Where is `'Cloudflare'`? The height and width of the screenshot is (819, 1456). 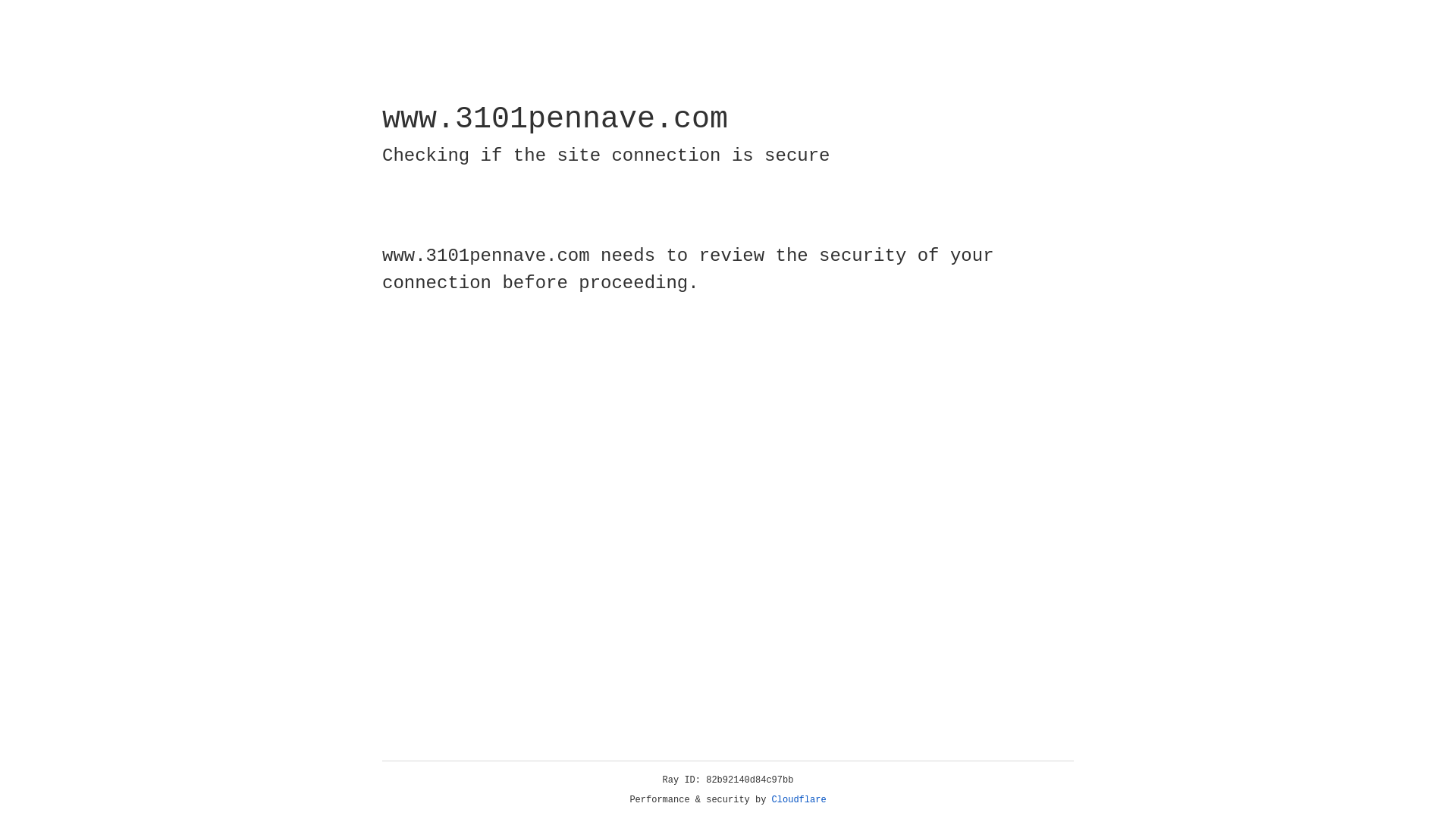 'Cloudflare' is located at coordinates (799, 799).